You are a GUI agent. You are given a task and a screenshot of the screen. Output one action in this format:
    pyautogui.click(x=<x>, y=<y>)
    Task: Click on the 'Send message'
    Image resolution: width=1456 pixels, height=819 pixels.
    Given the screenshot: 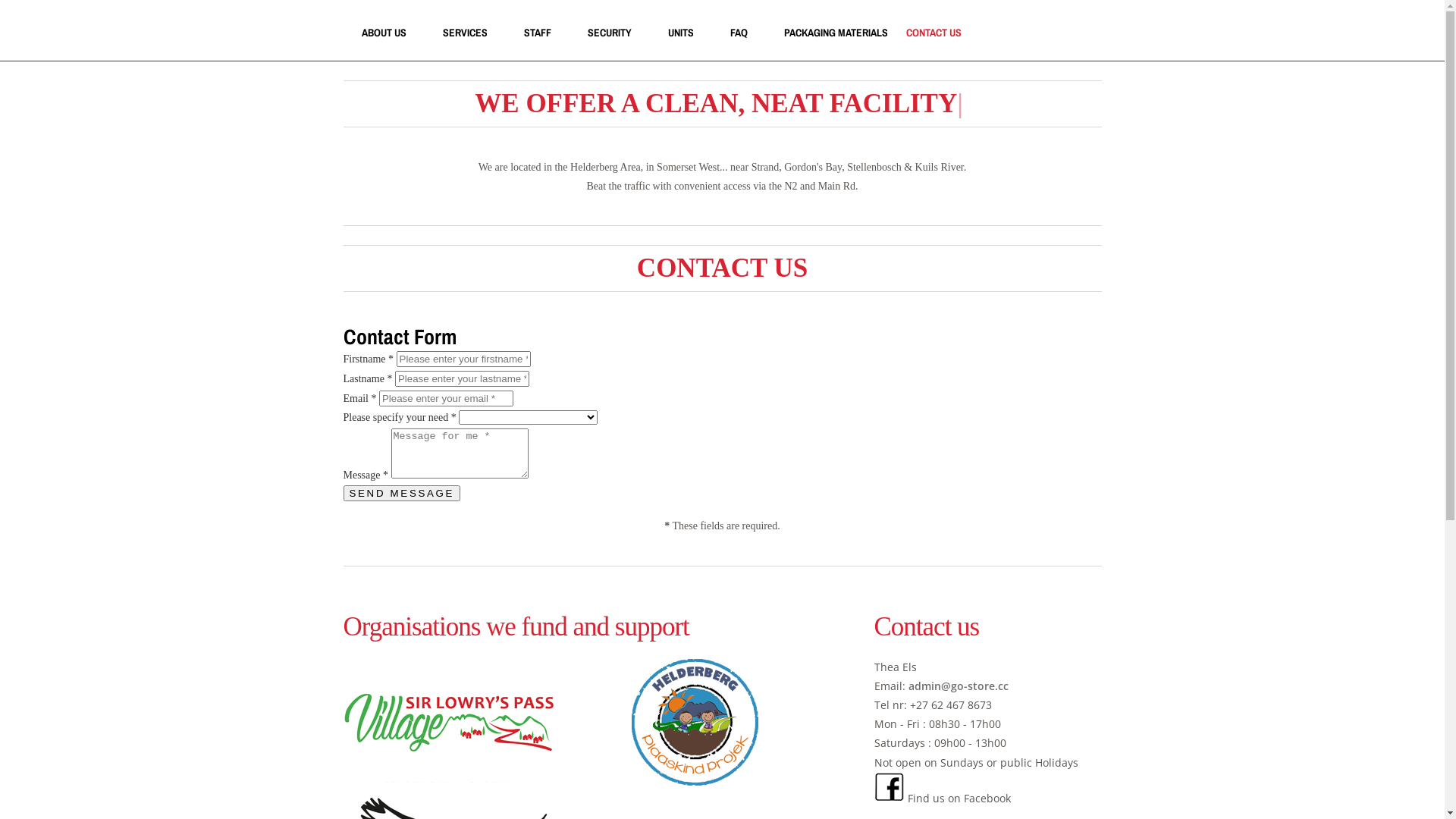 What is the action you would take?
    pyautogui.click(x=401, y=493)
    